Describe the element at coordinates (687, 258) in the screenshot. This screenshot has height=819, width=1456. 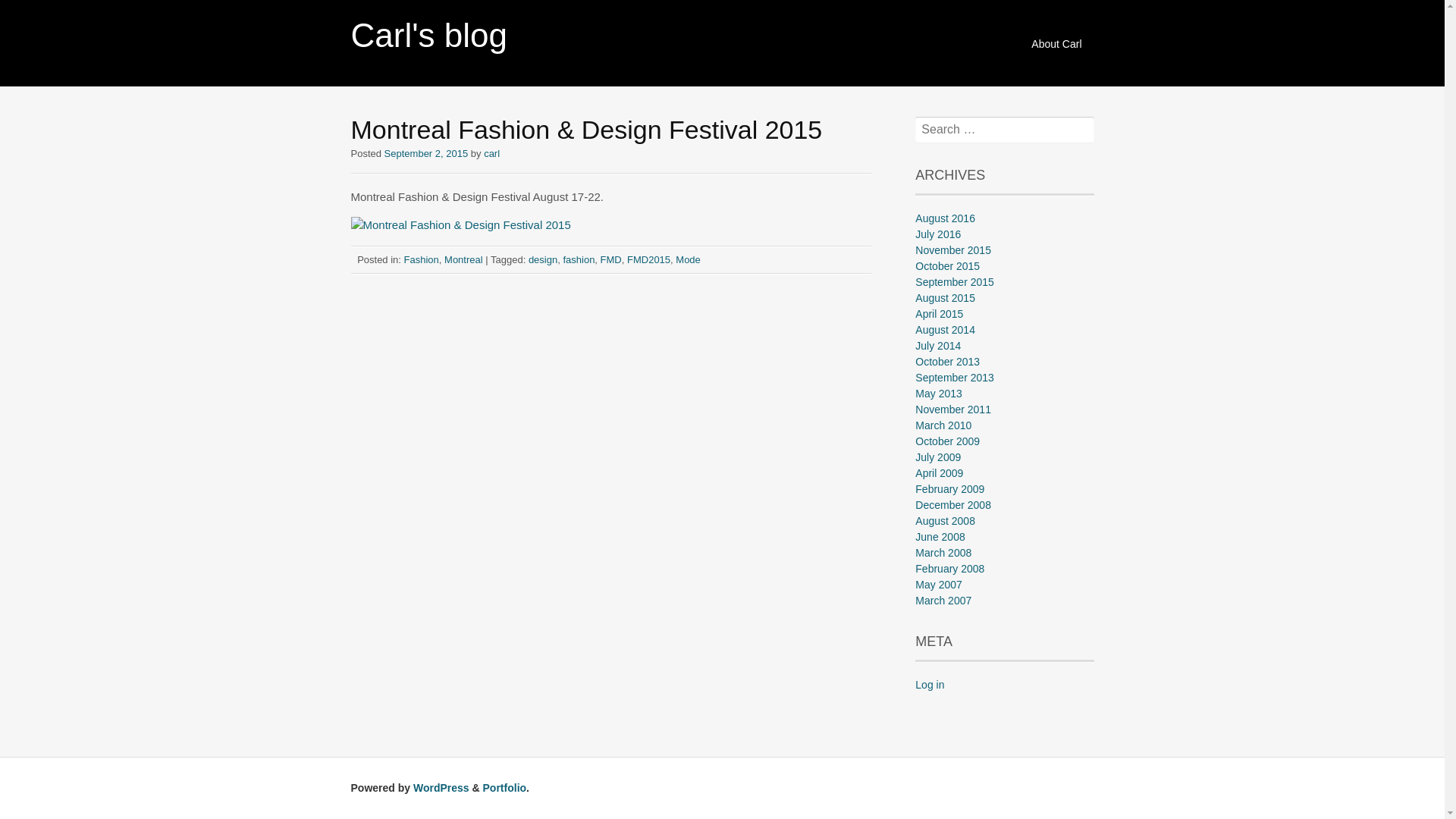
I see `'Mode'` at that location.